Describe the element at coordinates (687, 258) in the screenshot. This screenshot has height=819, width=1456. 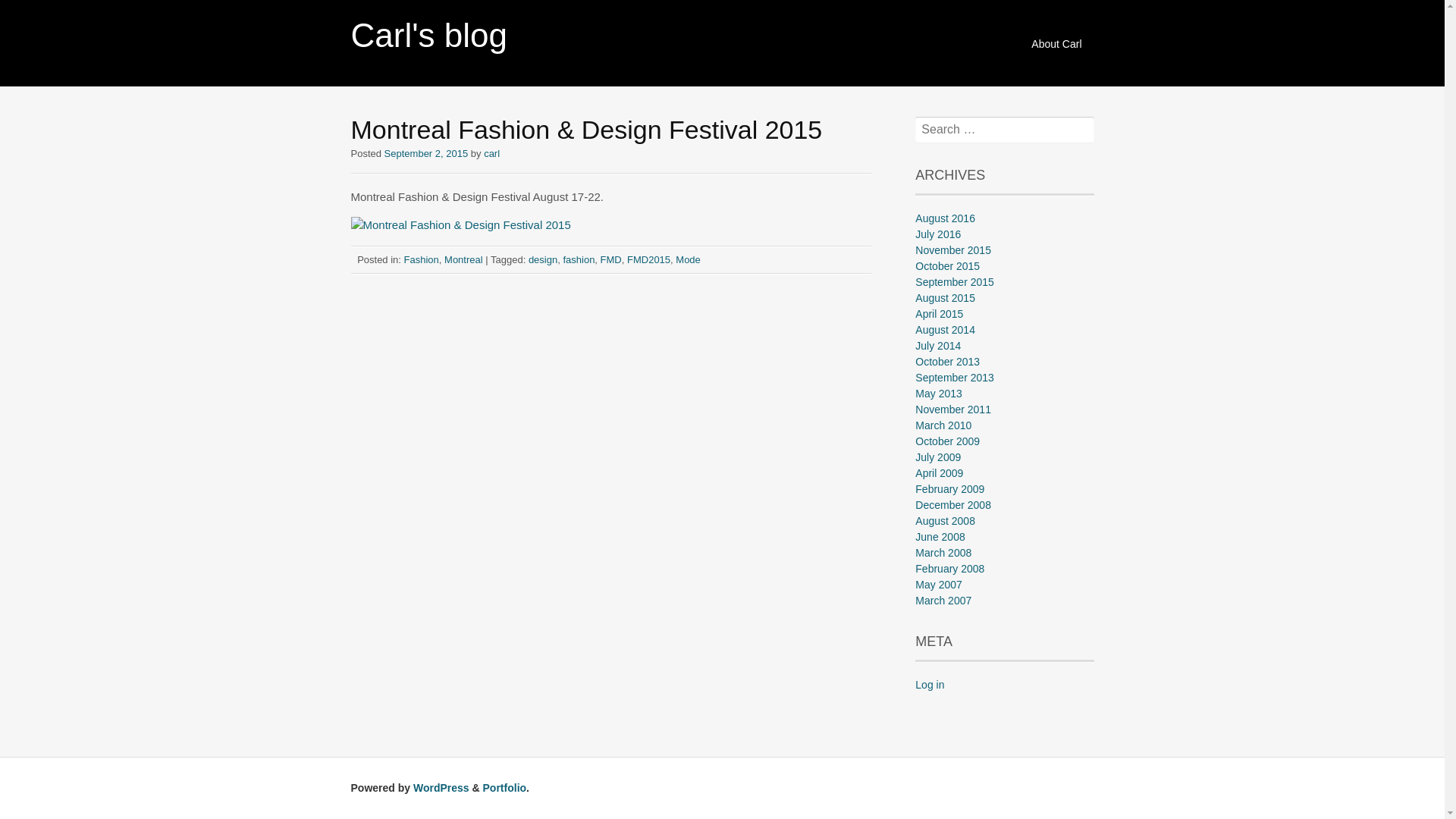
I see `'Mode'` at that location.